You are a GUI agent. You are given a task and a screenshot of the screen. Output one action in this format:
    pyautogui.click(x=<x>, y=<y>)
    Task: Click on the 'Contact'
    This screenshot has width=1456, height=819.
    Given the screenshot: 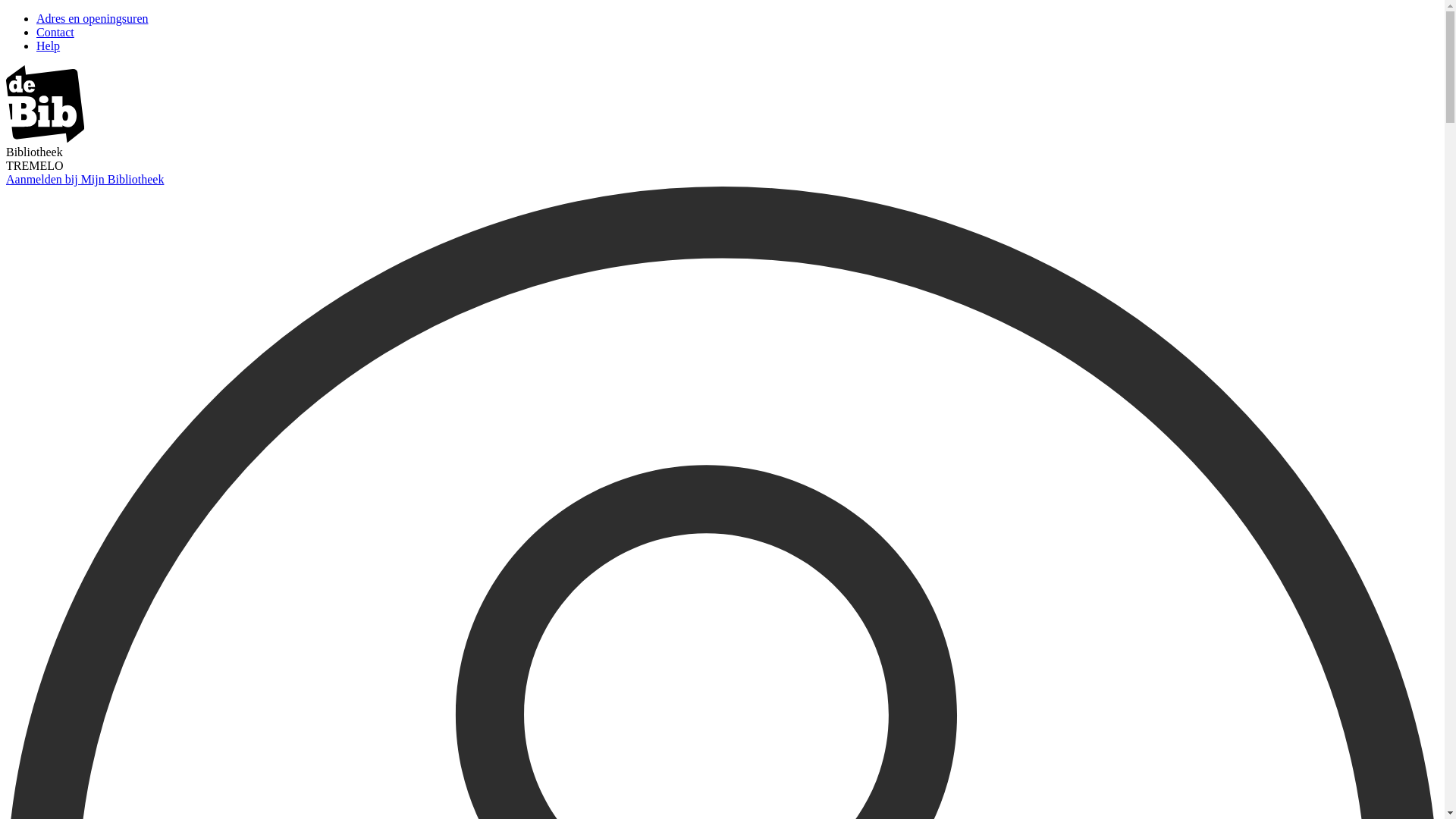 What is the action you would take?
    pyautogui.click(x=55, y=32)
    